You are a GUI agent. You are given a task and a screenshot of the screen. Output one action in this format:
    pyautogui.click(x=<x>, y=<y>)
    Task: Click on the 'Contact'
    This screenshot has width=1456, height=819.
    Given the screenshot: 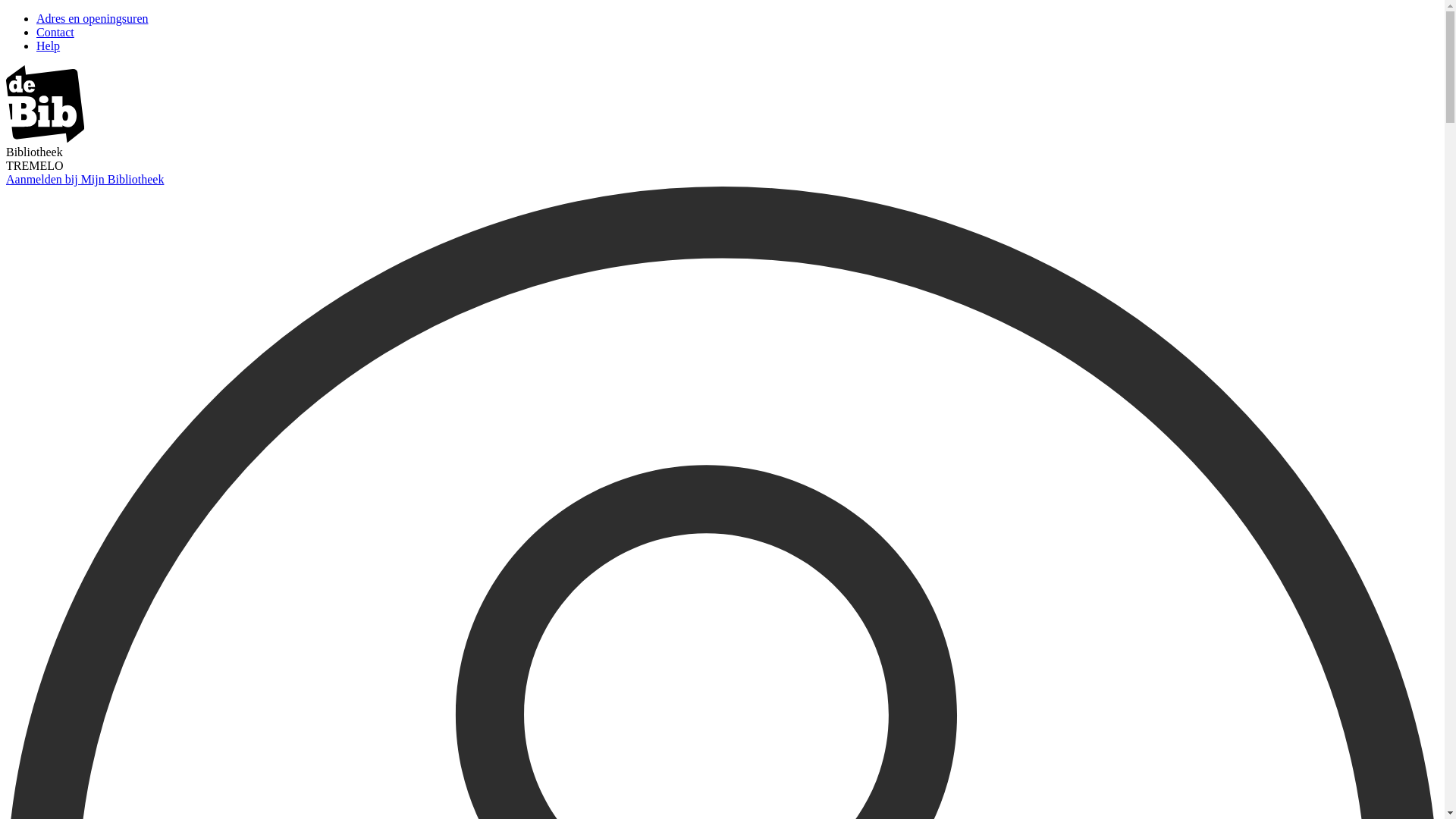 What is the action you would take?
    pyautogui.click(x=55, y=32)
    